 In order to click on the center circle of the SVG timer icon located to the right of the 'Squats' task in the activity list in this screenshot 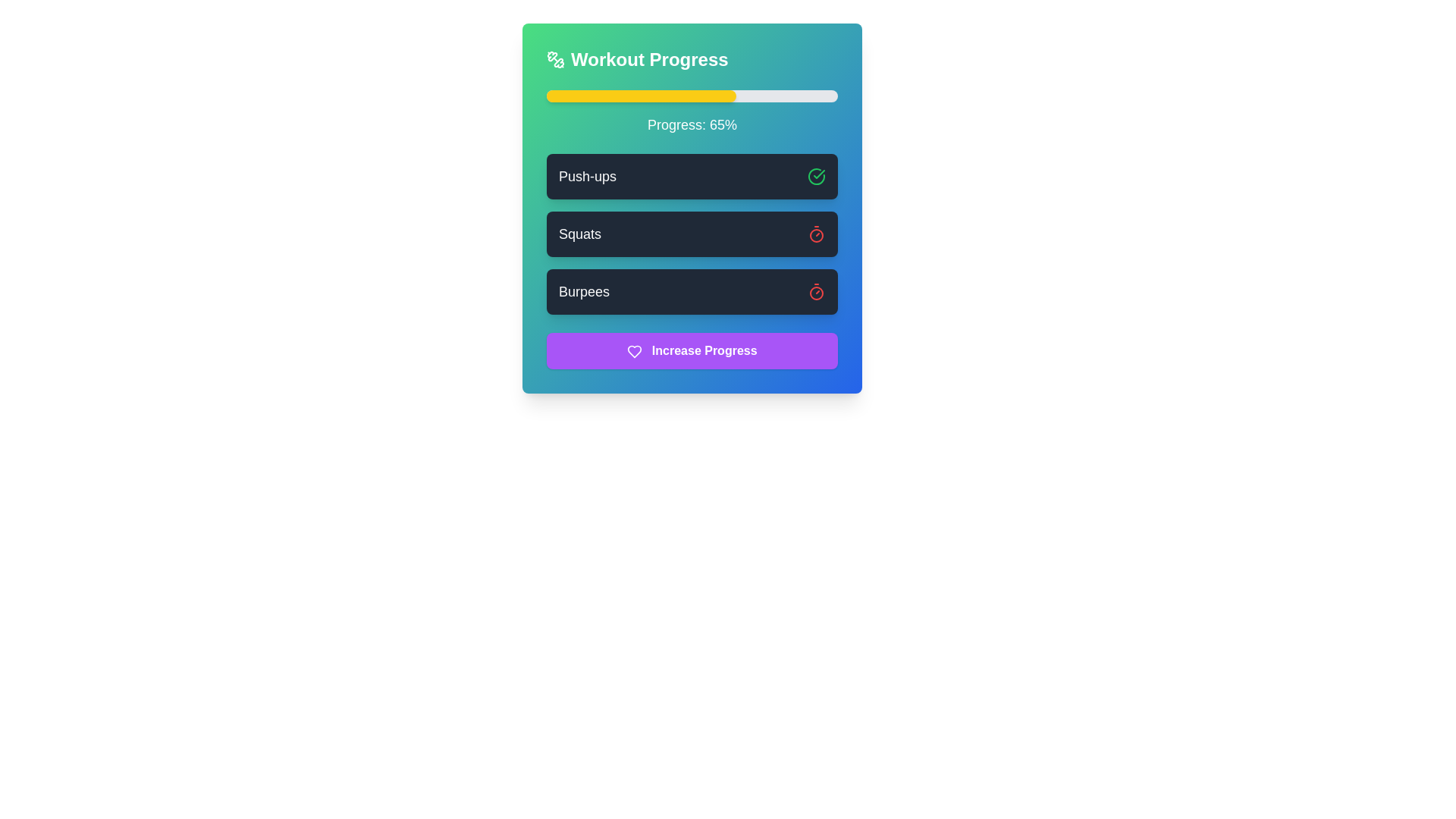, I will do `click(815, 236)`.